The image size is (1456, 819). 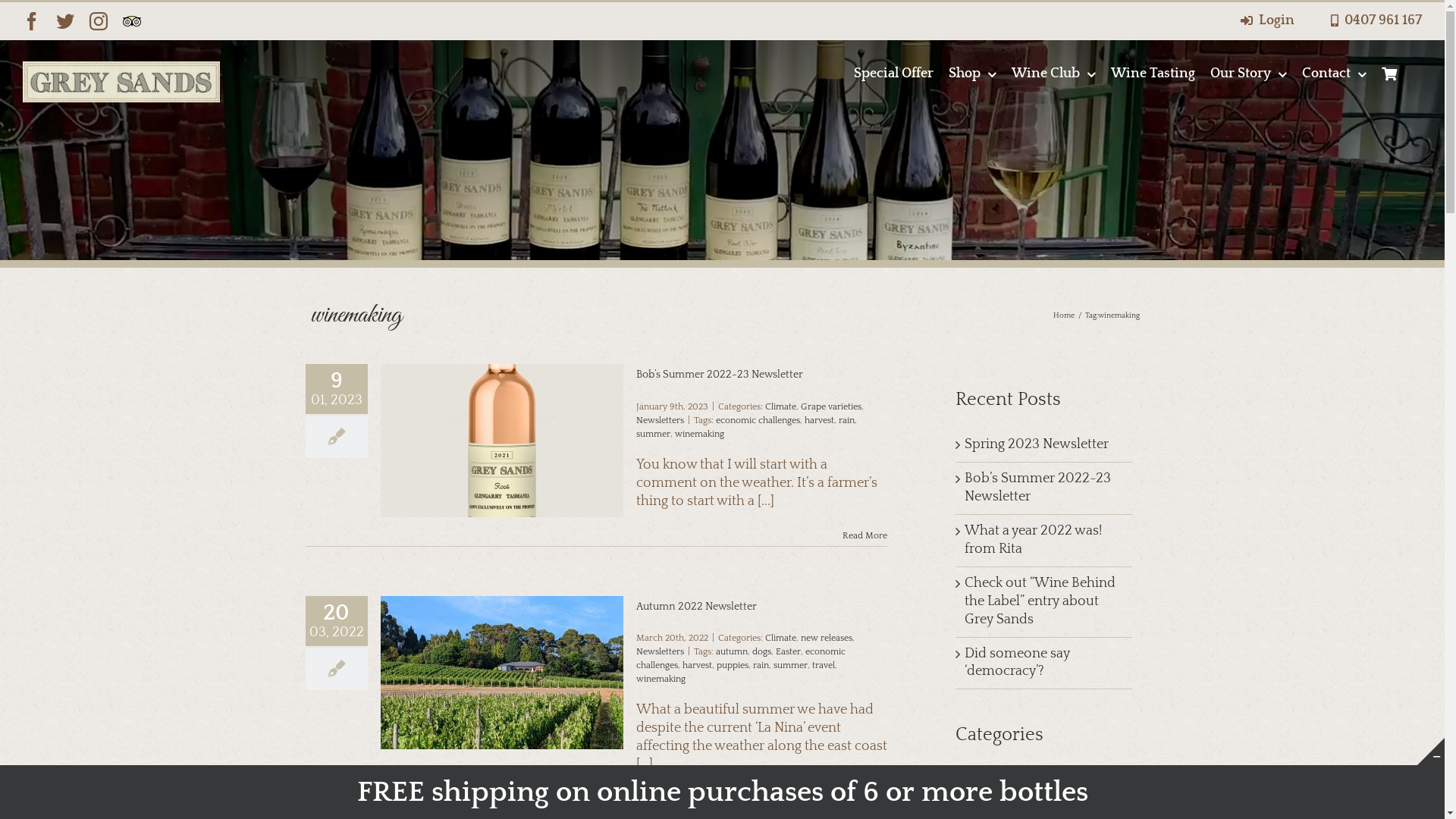 I want to click on '0407 961 167', so click(x=1373, y=20).